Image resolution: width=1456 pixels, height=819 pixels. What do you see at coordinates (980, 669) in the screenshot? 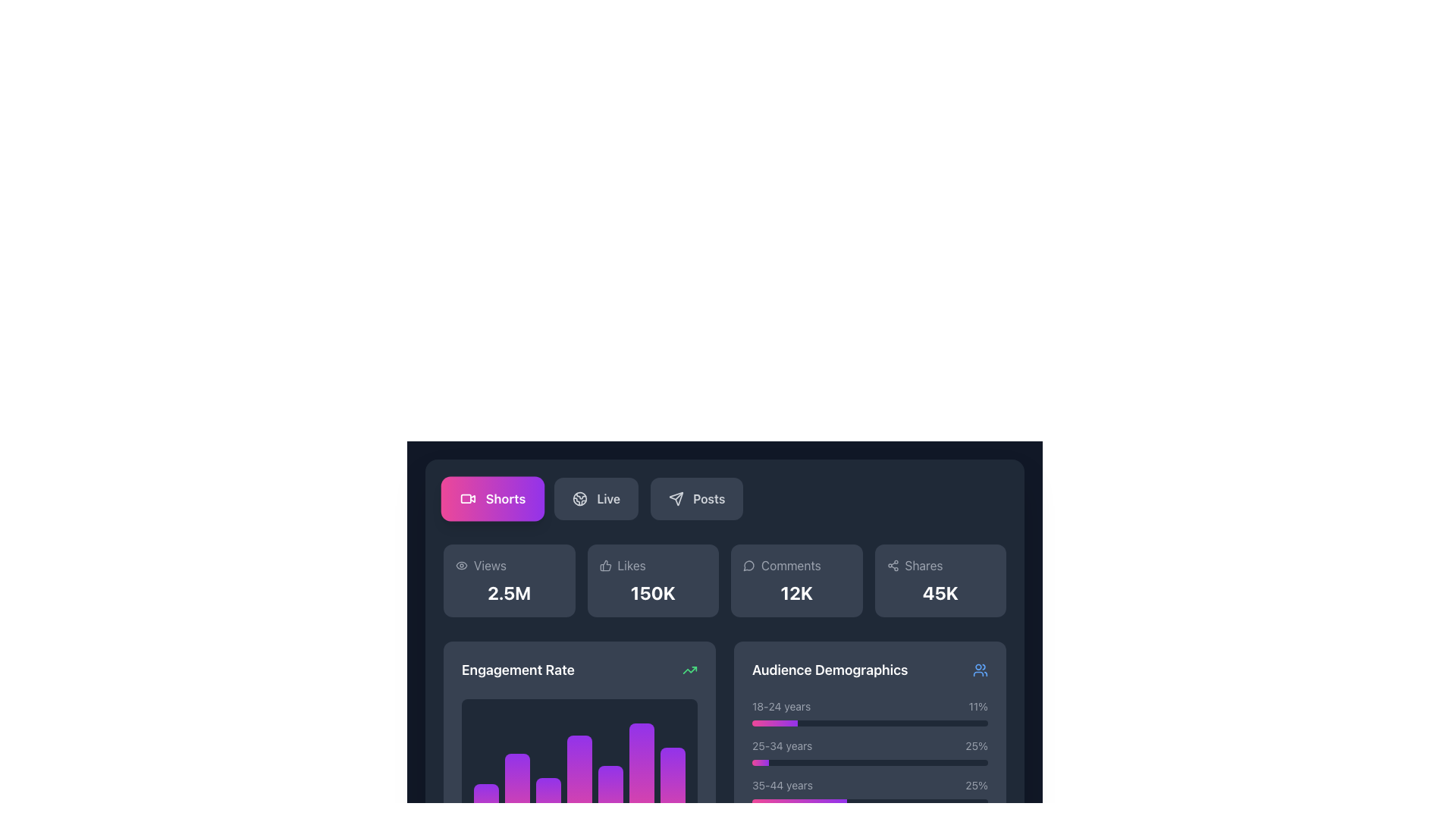
I see `the compact icon depicting the outline of a group of individuals, located` at bounding box center [980, 669].